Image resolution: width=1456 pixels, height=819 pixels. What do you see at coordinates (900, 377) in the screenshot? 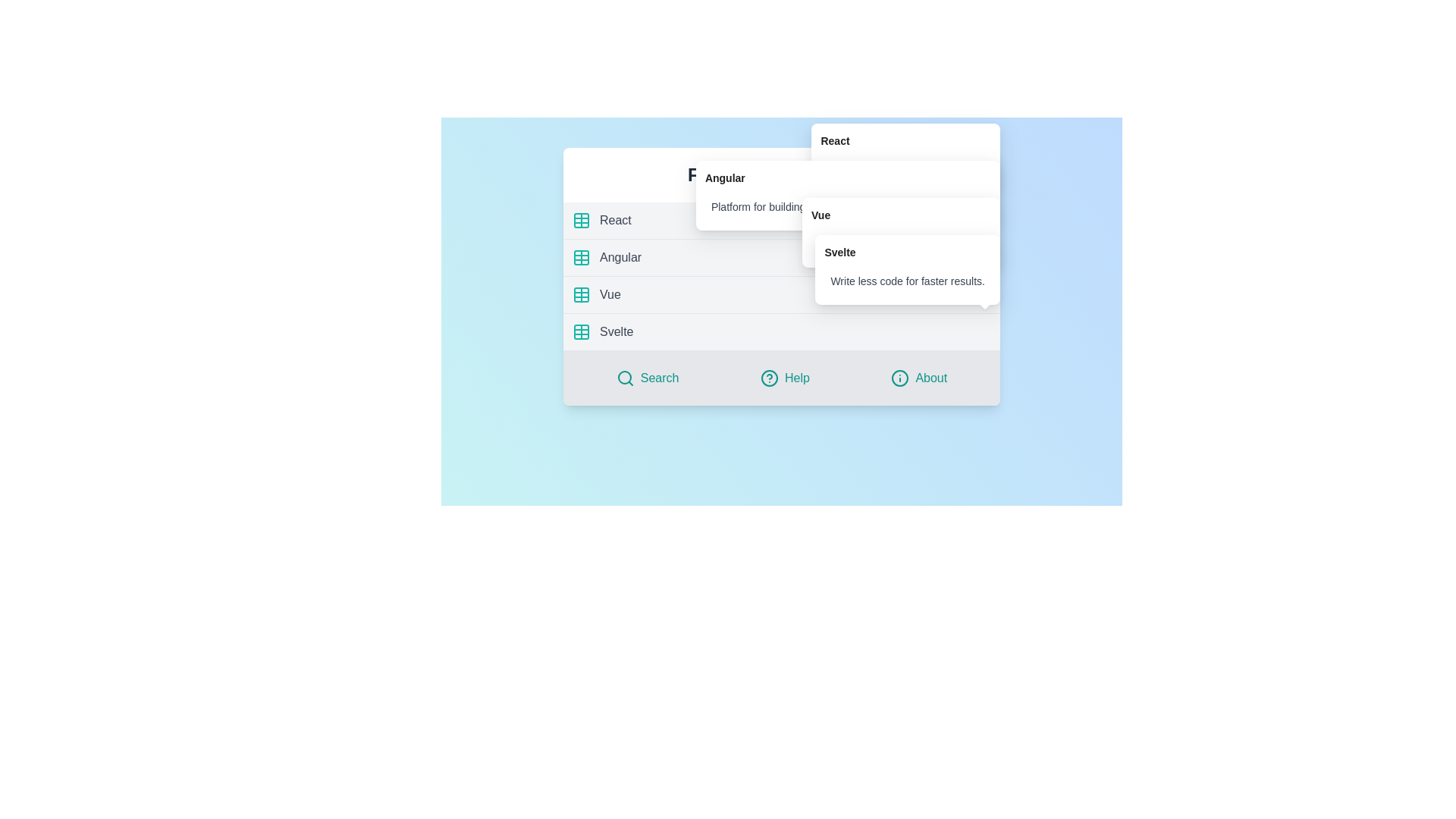
I see `the SVG circle element located at the bottom right corner of the interface, adjacent to the text 'About', which visually represents information as part of an icon` at bounding box center [900, 377].